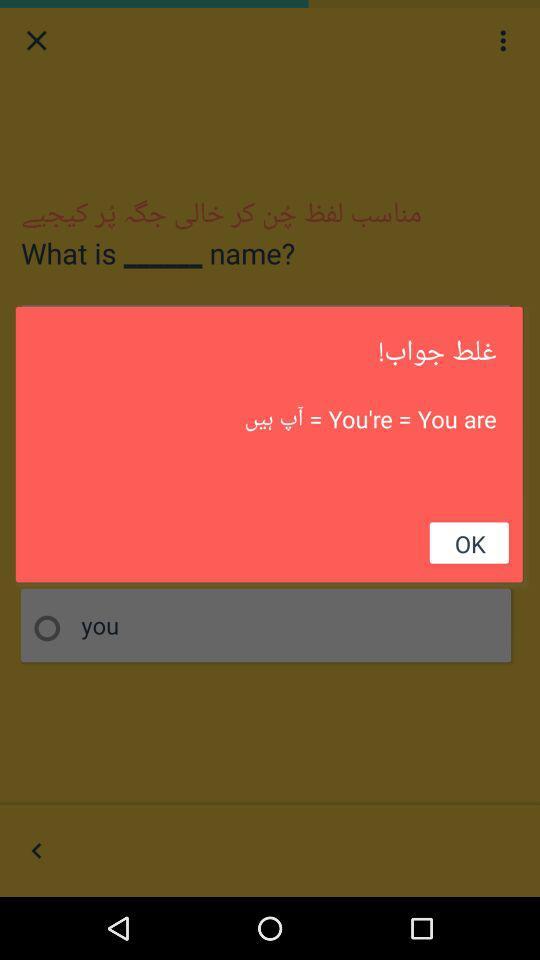  What do you see at coordinates (502, 42) in the screenshot?
I see `the more icon` at bounding box center [502, 42].